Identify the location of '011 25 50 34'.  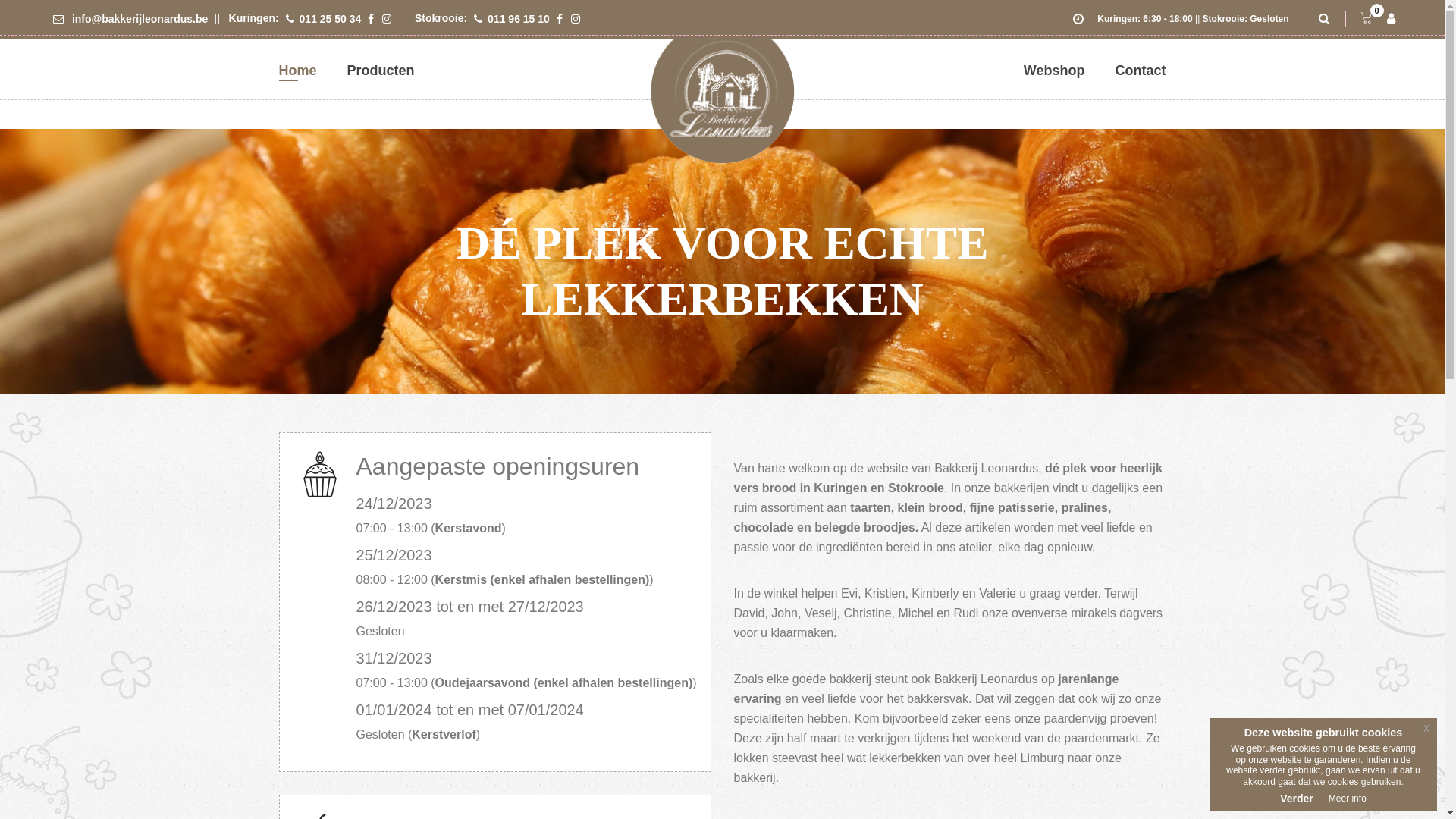
(323, 18).